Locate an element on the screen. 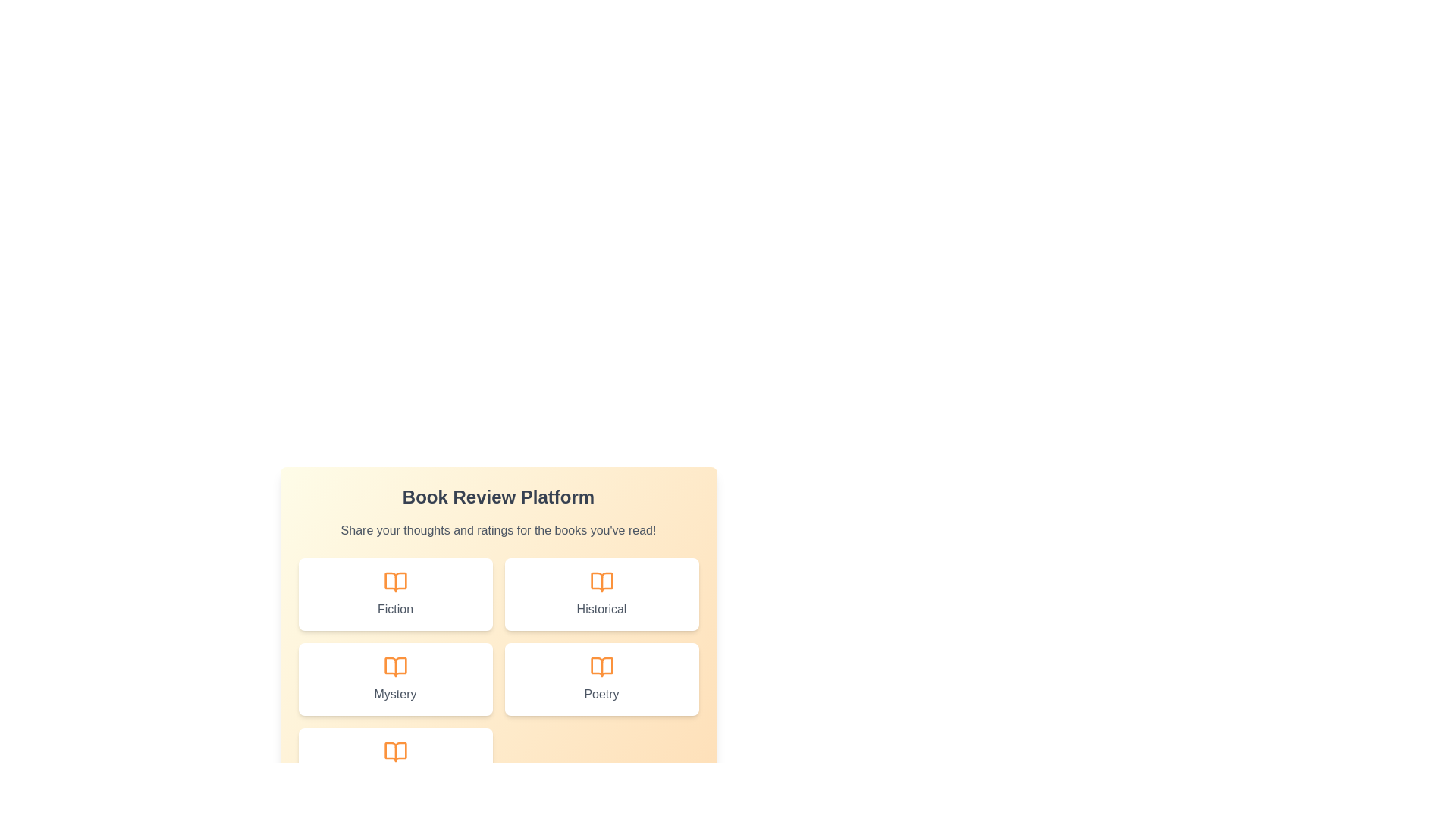 This screenshot has height=819, width=1456. the book icon representing the 'Historical' section, which is located in the upper-right quadrant of the card grid is located at coordinates (601, 581).